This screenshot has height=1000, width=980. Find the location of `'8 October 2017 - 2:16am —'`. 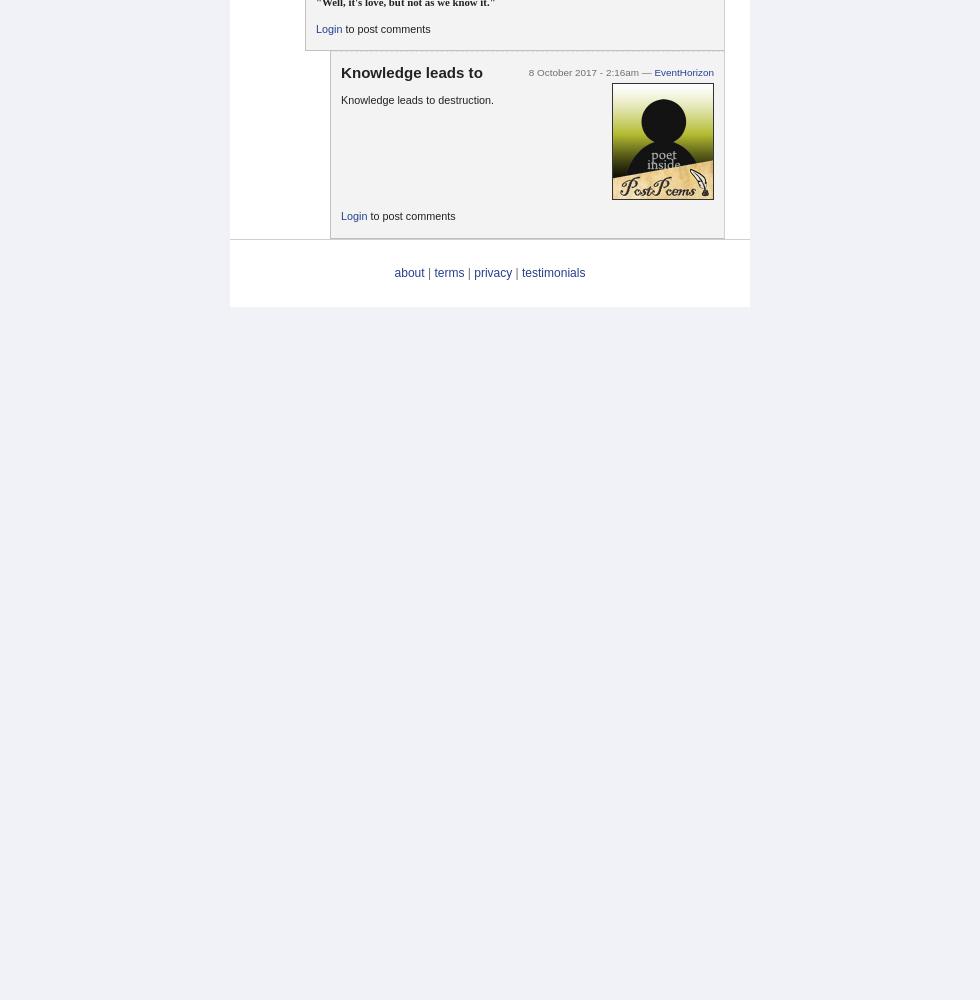

'8 October 2017 - 2:16am —' is located at coordinates (591, 70).